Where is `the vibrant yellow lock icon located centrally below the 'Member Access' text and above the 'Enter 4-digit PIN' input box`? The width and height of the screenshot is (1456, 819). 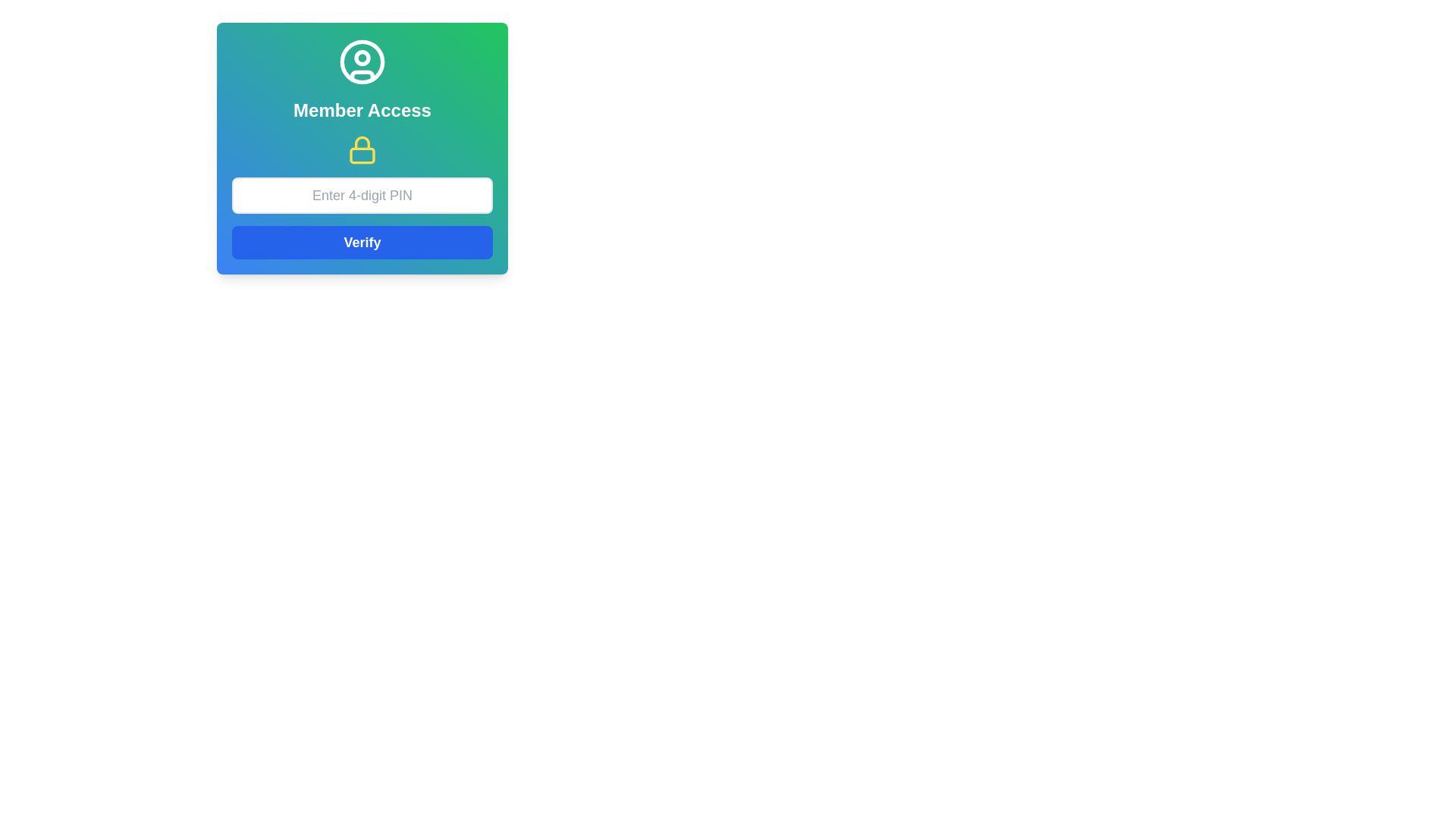 the vibrant yellow lock icon located centrally below the 'Member Access' text and above the 'Enter 4-digit PIN' input box is located at coordinates (362, 149).